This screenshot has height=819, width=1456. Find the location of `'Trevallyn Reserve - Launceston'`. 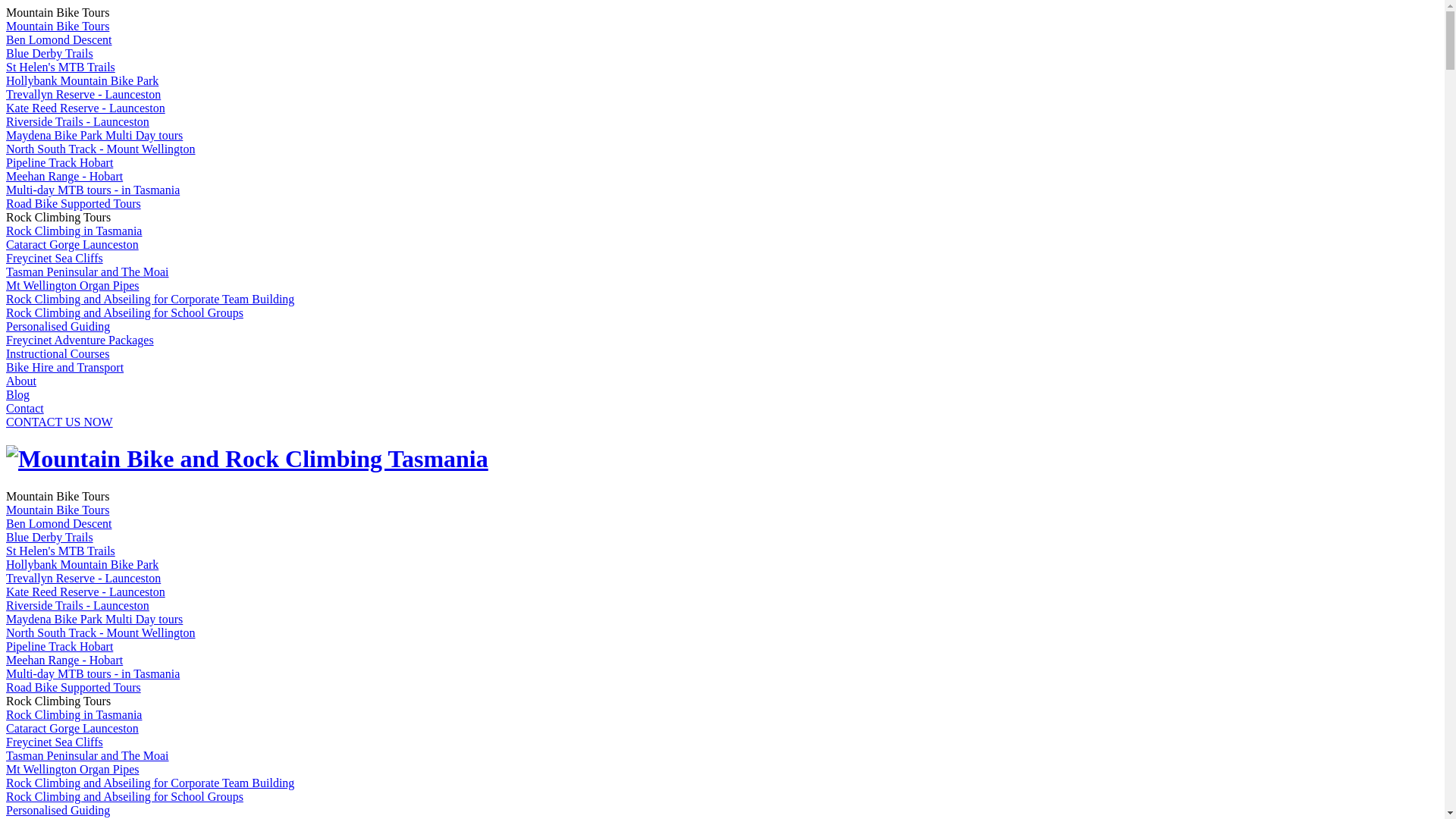

'Trevallyn Reserve - Launceston' is located at coordinates (6, 578).